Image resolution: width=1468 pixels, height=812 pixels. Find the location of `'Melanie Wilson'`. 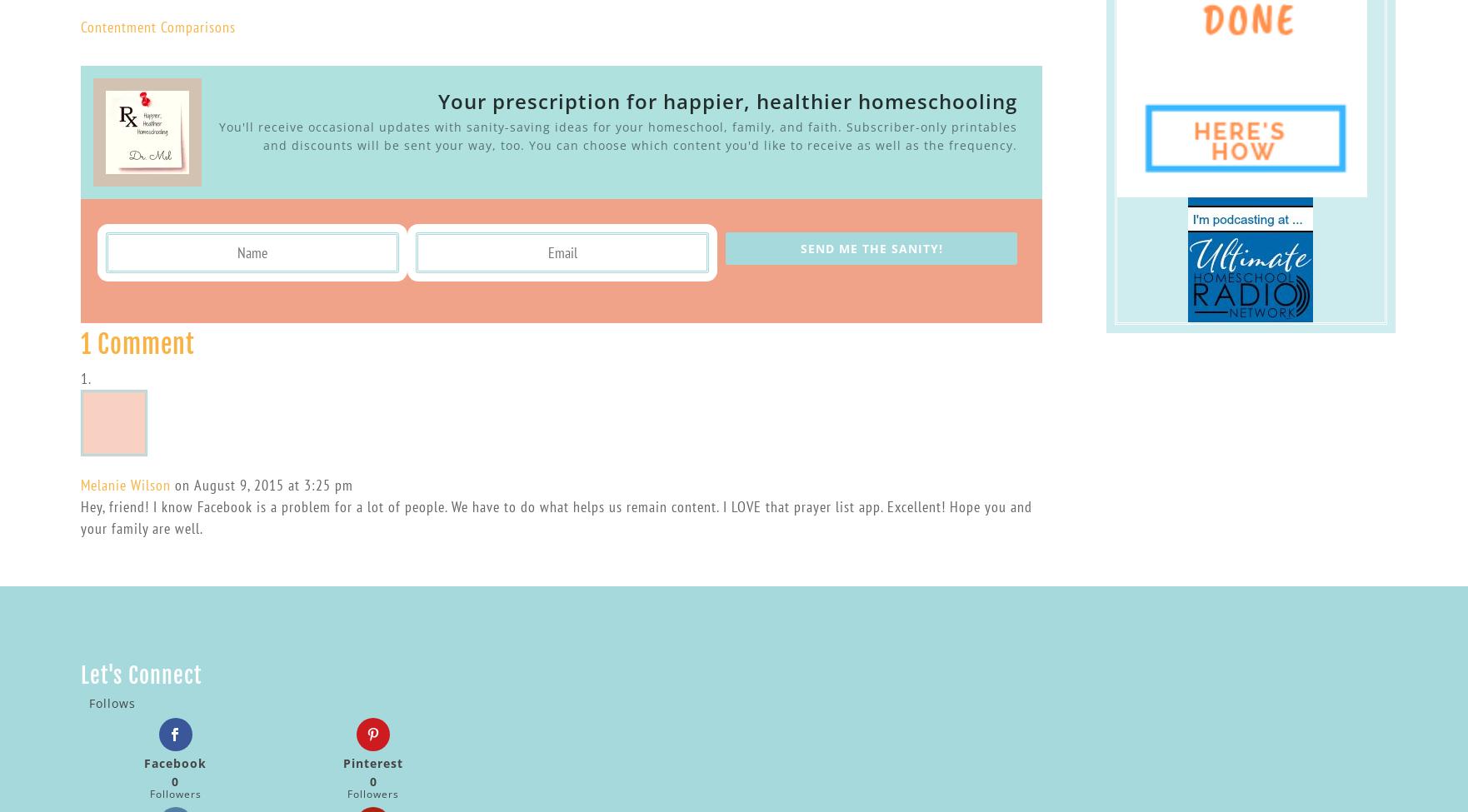

'Melanie Wilson' is located at coordinates (124, 483).